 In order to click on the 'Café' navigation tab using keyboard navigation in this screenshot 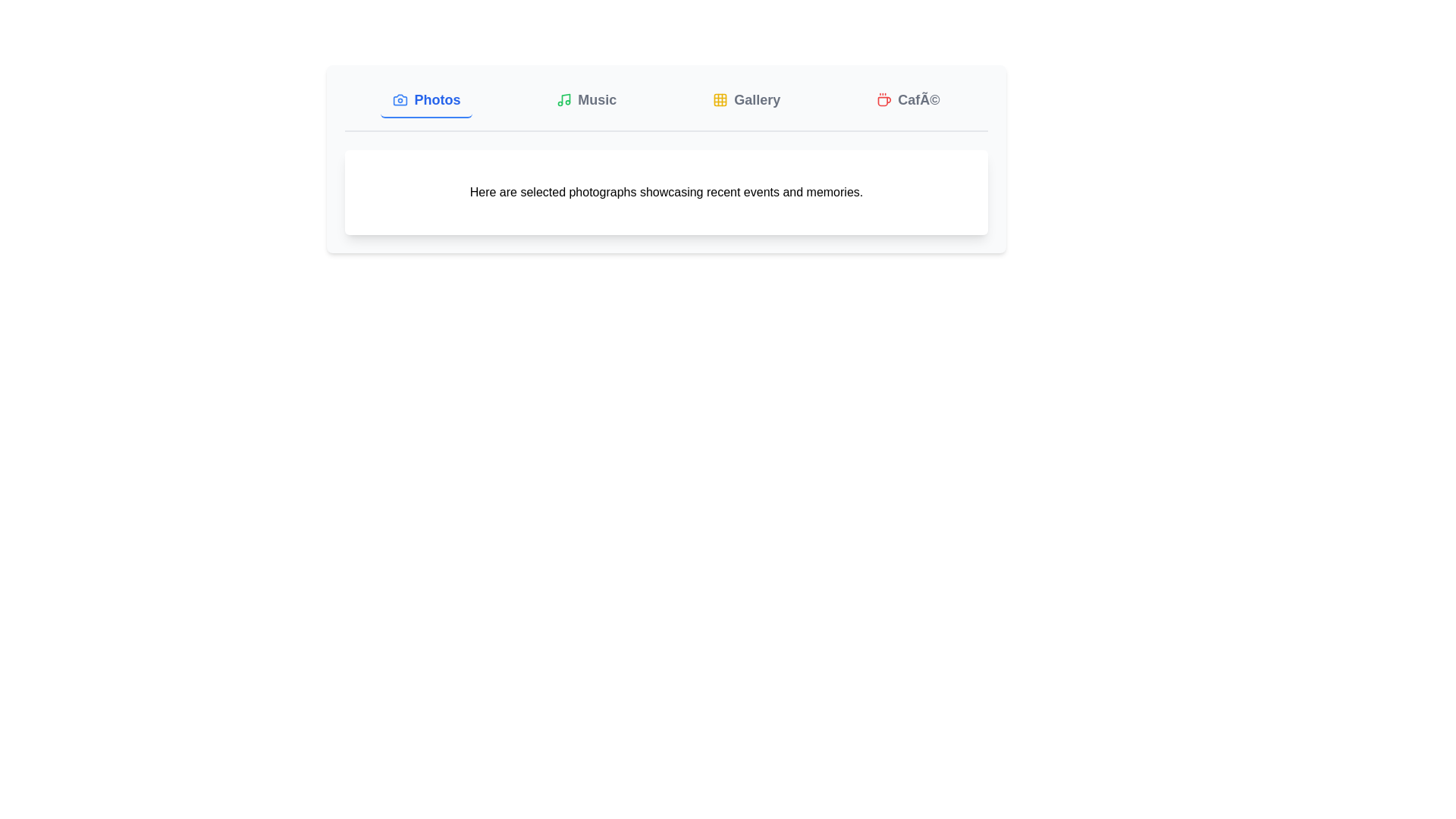, I will do `click(908, 100)`.